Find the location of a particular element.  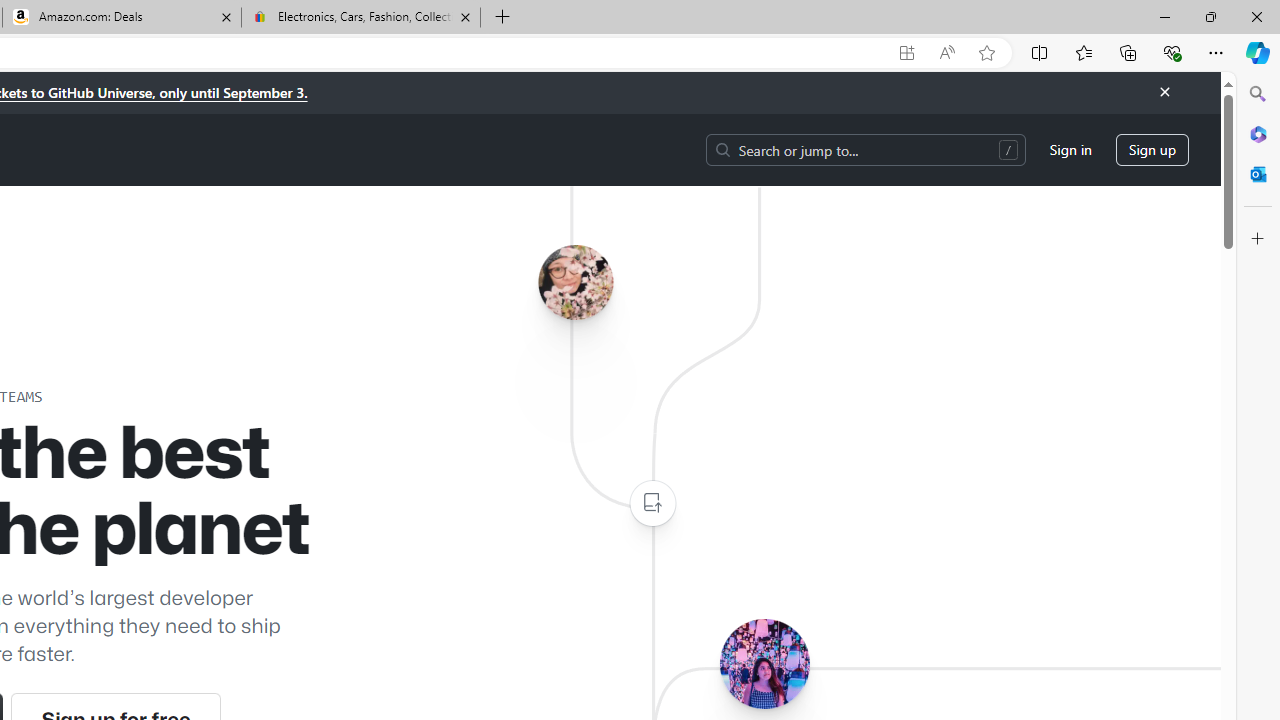

'App available. Install GitHub' is located at coordinates (905, 52).